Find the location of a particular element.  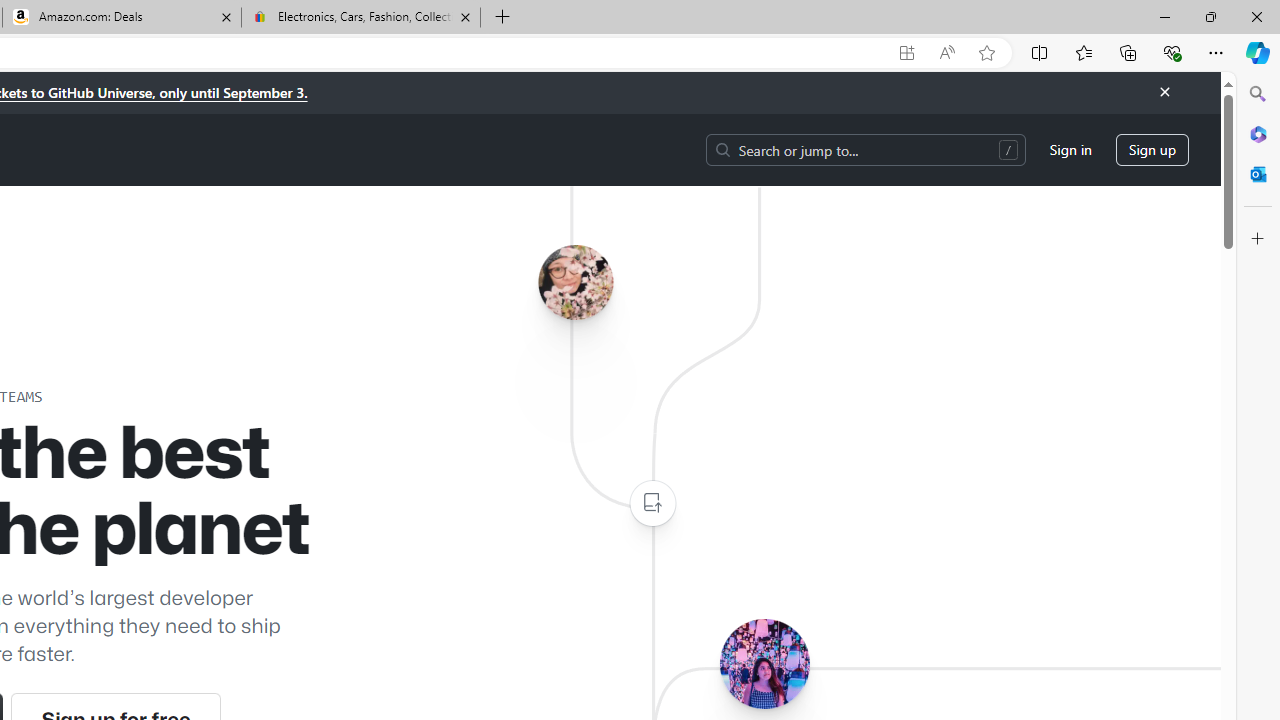

'App available. Install GitHub' is located at coordinates (905, 52).